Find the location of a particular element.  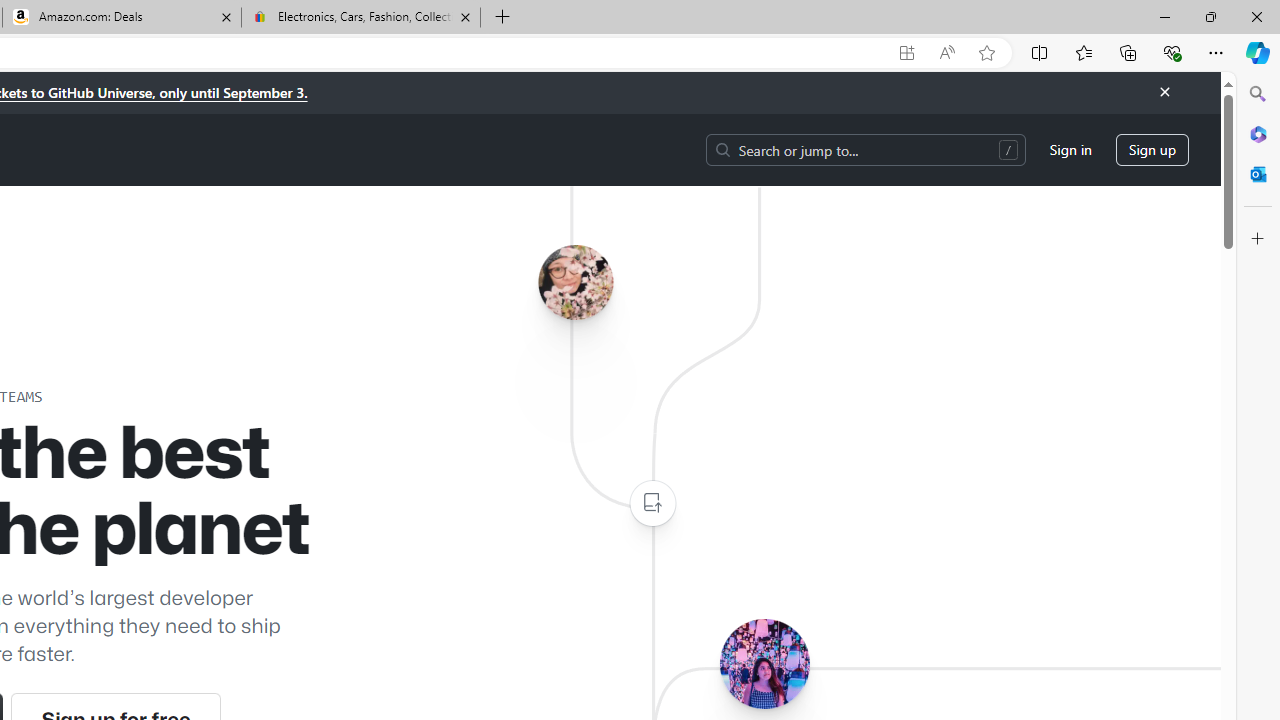

'App available. Install GitHub' is located at coordinates (905, 52).